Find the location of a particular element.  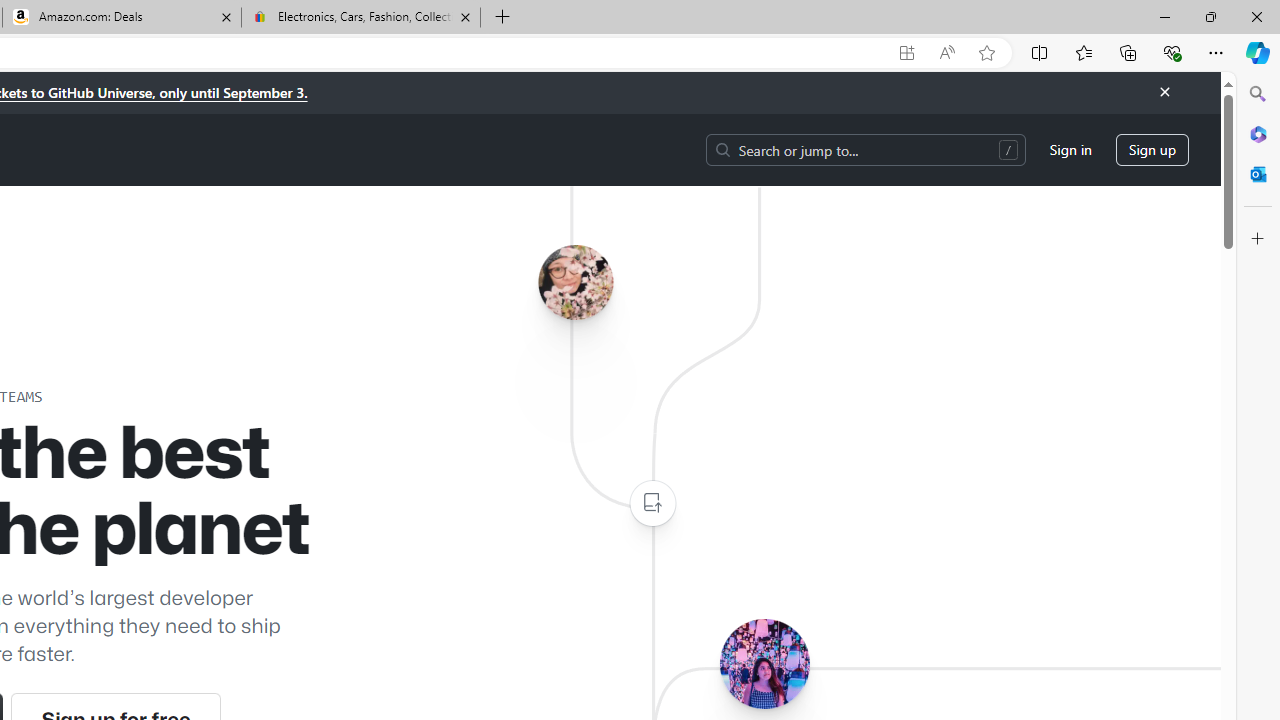

'App available. Install GitHub' is located at coordinates (905, 52).